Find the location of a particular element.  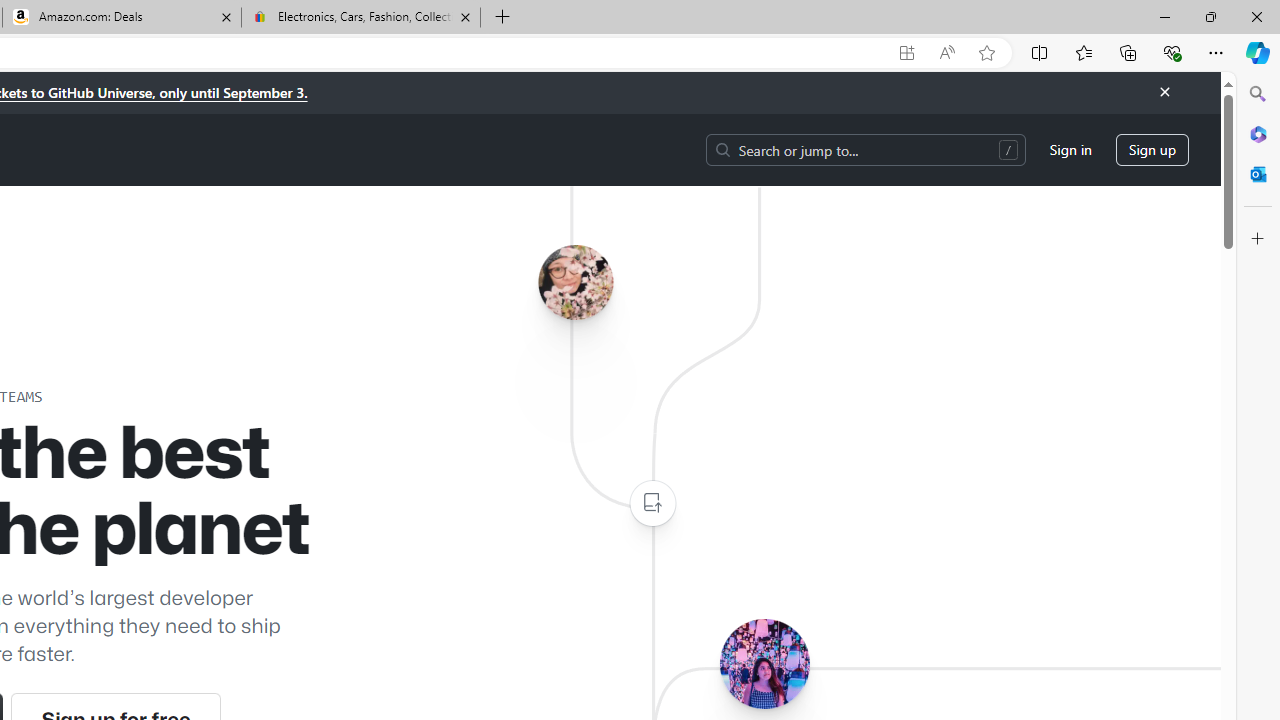

'App available. Install GitHub' is located at coordinates (905, 52).